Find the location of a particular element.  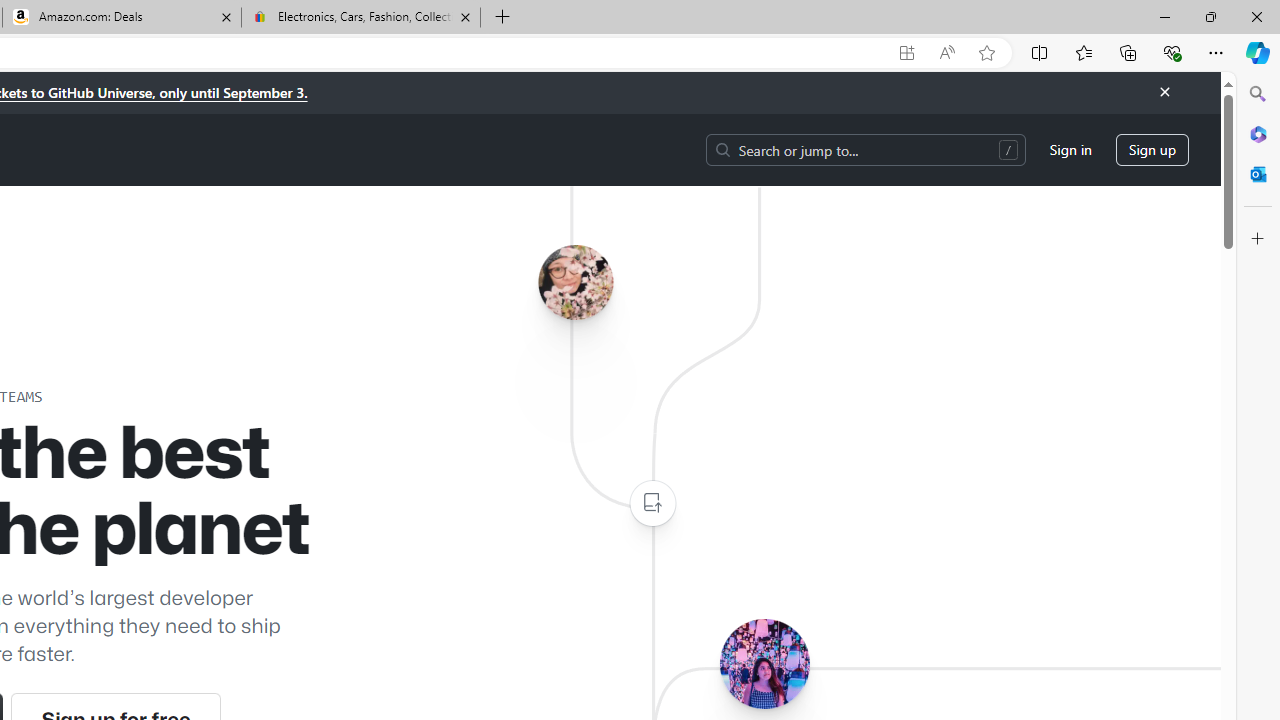

'App available. Install GitHub' is located at coordinates (905, 52).